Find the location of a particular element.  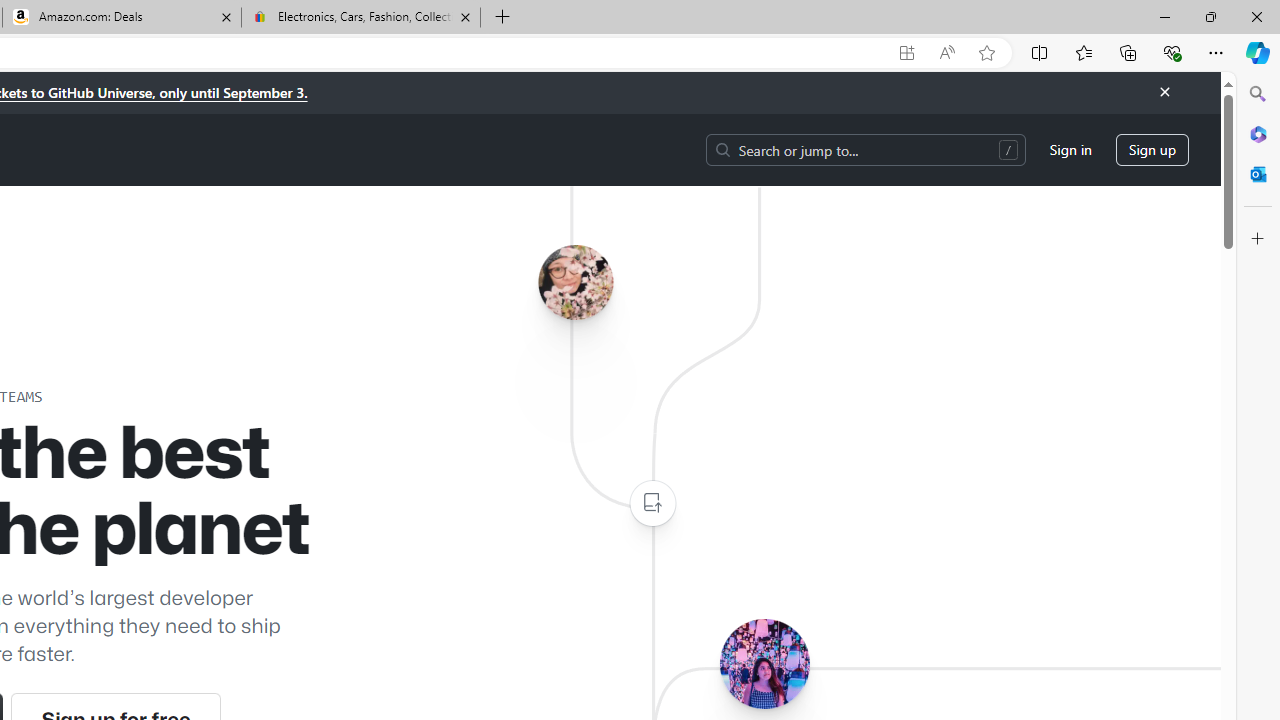

'App available. Install GitHub' is located at coordinates (905, 52).